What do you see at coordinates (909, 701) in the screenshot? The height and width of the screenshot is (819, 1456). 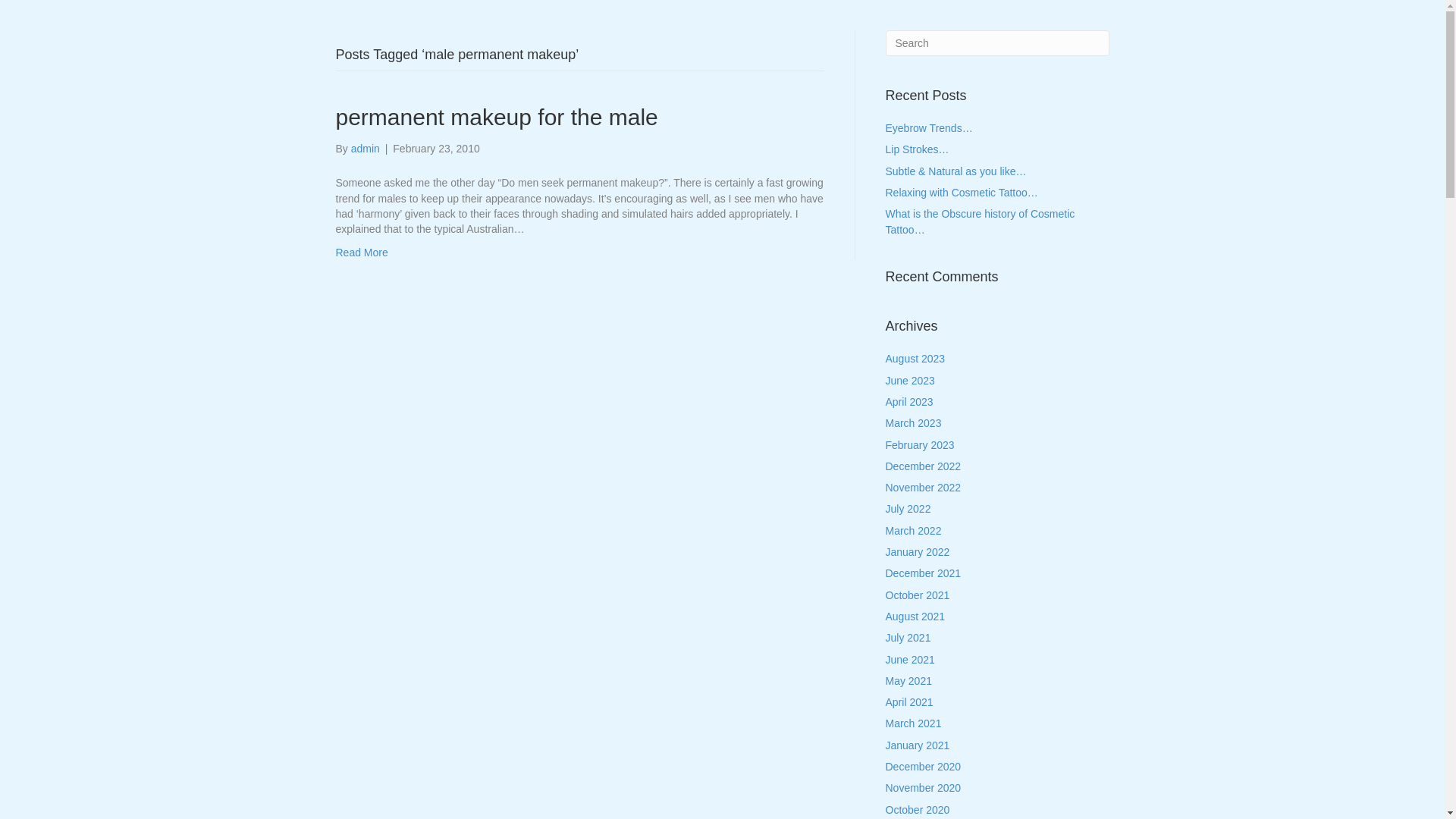 I see `'April 2021'` at bounding box center [909, 701].